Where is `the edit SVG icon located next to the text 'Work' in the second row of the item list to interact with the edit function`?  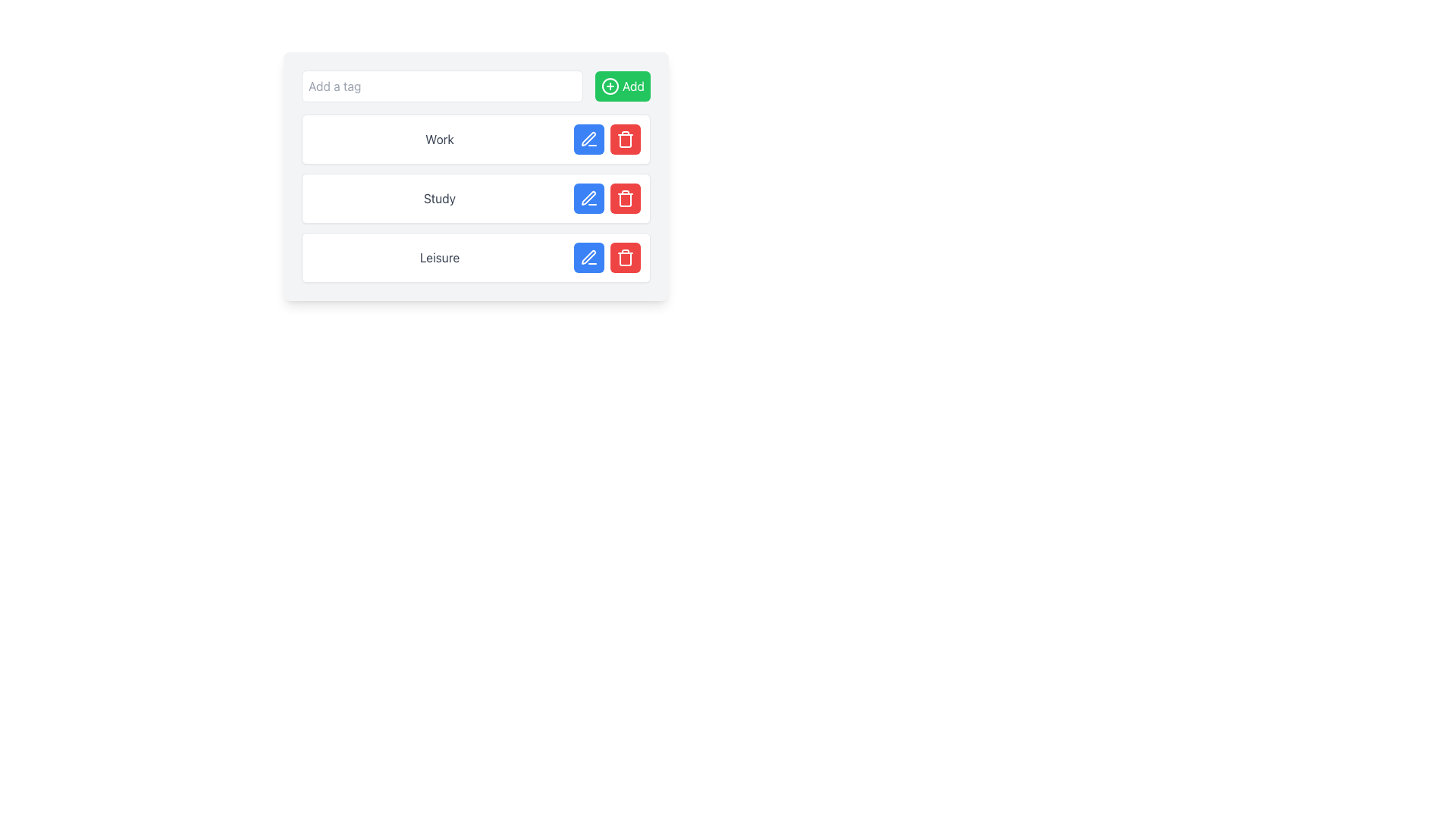
the edit SVG icon located next to the text 'Work' in the second row of the item list to interact with the edit function is located at coordinates (588, 140).